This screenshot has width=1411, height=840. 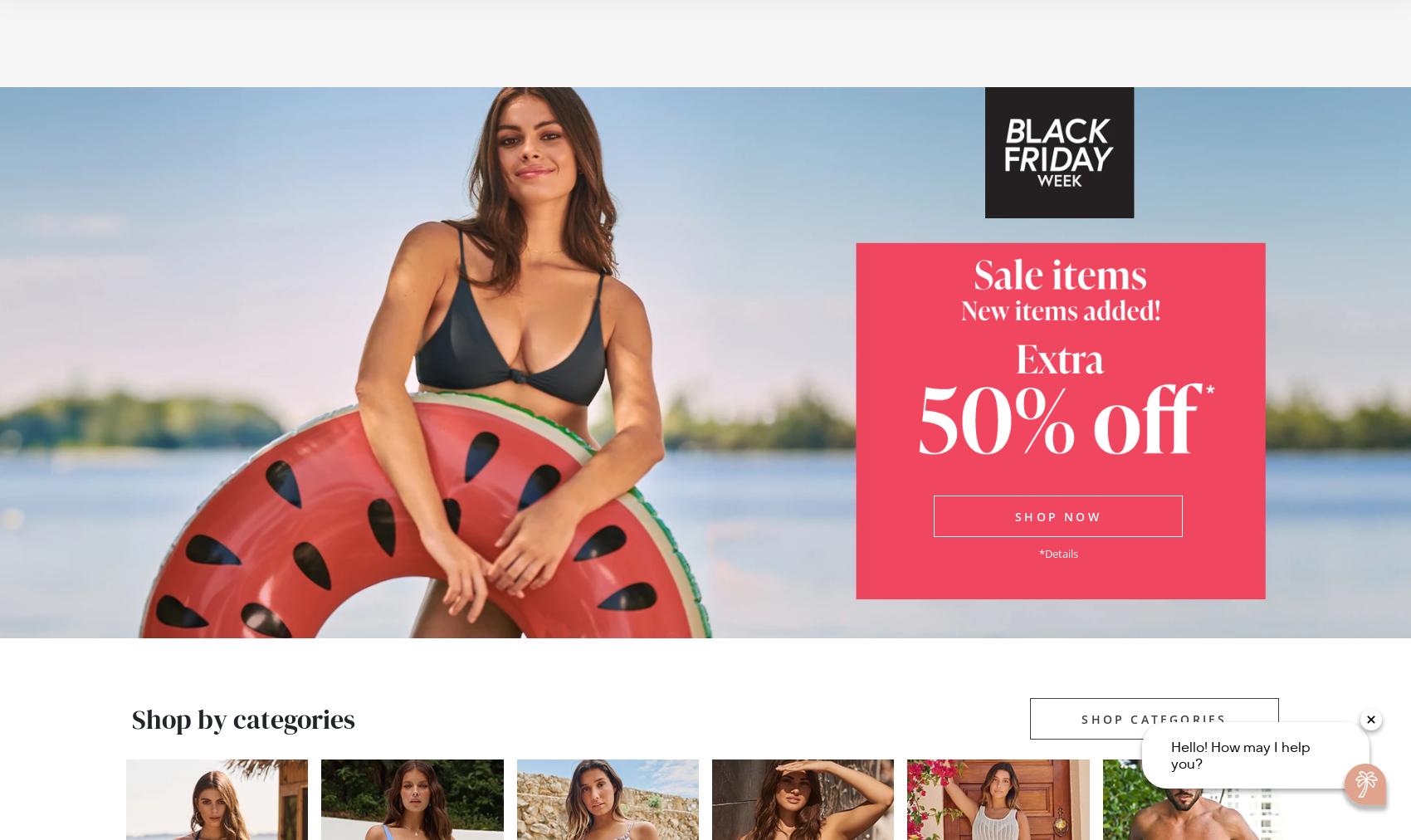 What do you see at coordinates (1153, 718) in the screenshot?
I see `'SHOP CATEGORIES'` at bounding box center [1153, 718].